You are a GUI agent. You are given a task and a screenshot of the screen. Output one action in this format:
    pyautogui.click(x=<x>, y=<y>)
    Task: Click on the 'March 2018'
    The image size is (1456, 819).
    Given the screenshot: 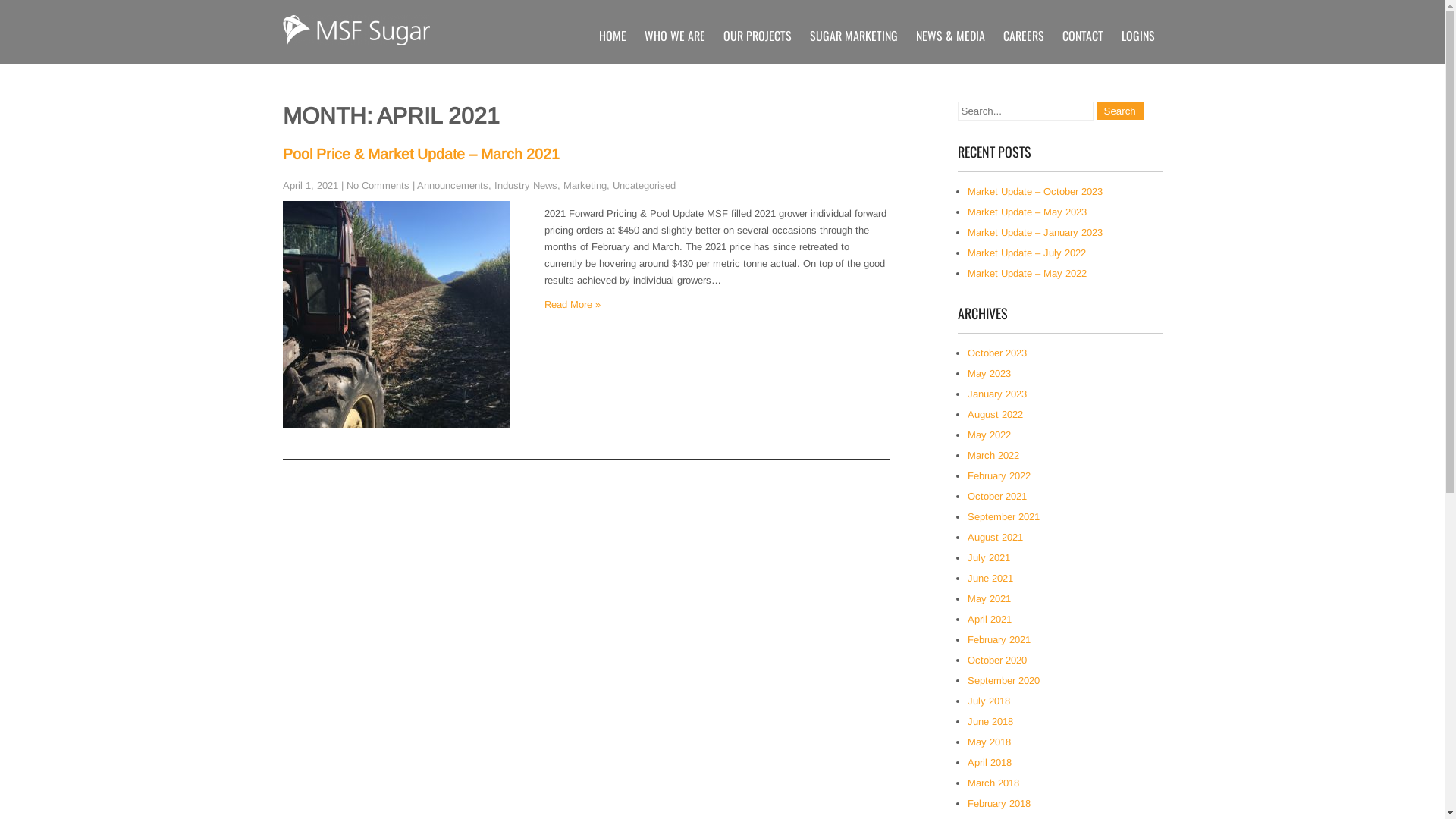 What is the action you would take?
    pyautogui.click(x=993, y=783)
    